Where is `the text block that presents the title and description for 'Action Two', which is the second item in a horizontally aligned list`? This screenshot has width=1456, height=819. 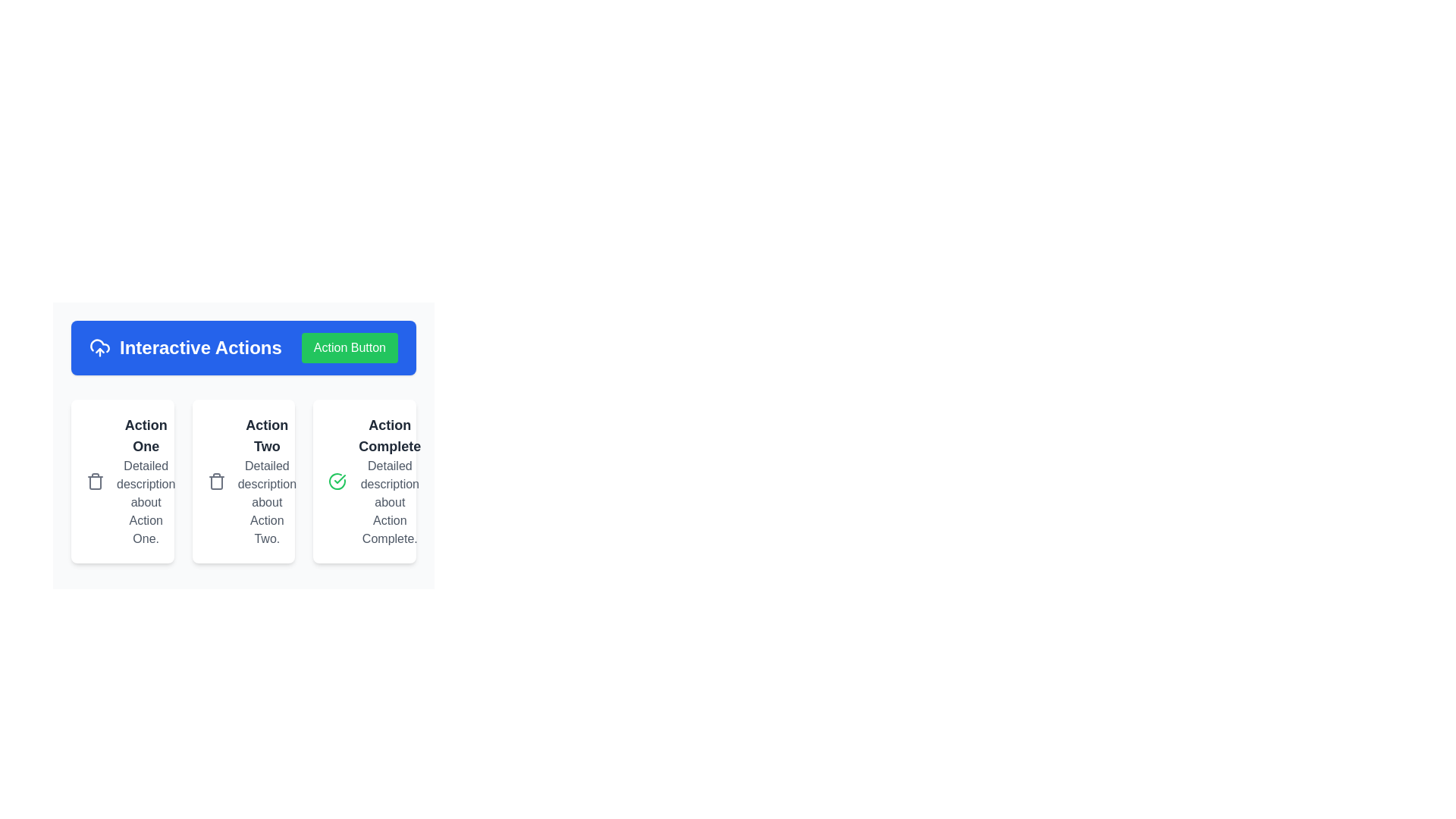
the text block that presents the title and description for 'Action Two', which is the second item in a horizontally aligned list is located at coordinates (267, 482).